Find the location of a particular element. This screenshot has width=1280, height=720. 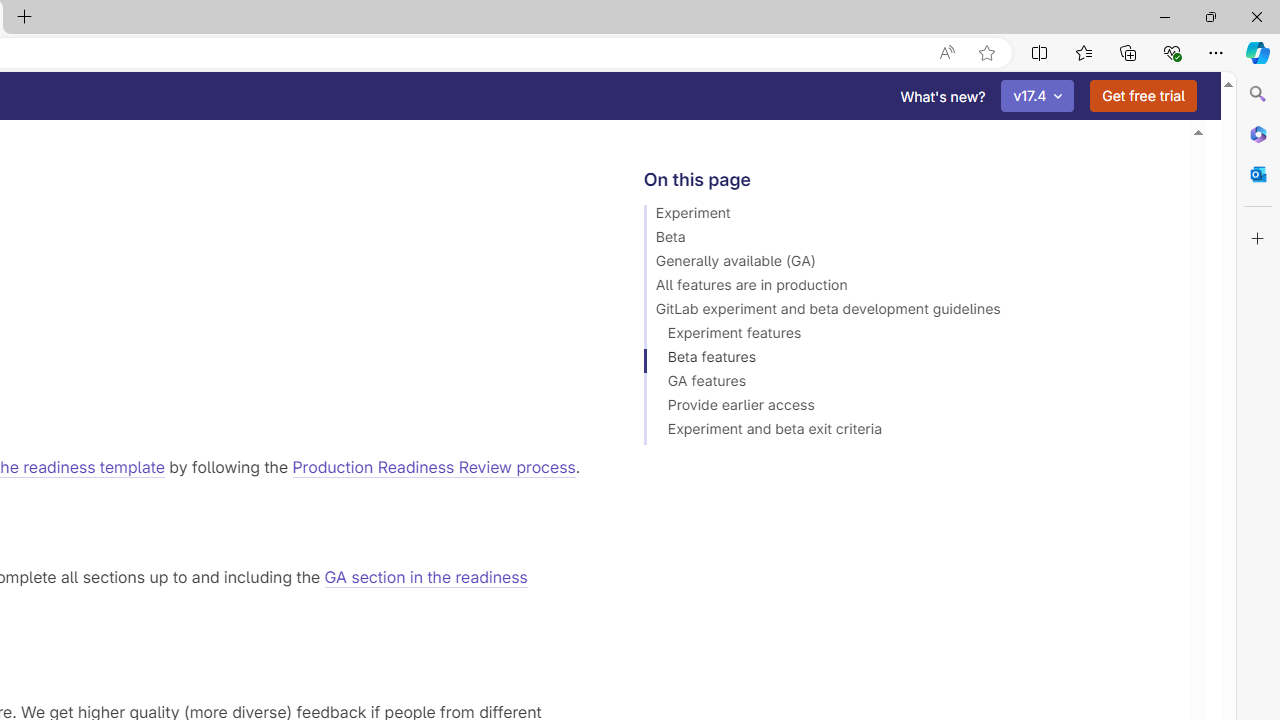

'Generally available (GA)' is located at coordinates (907, 263).